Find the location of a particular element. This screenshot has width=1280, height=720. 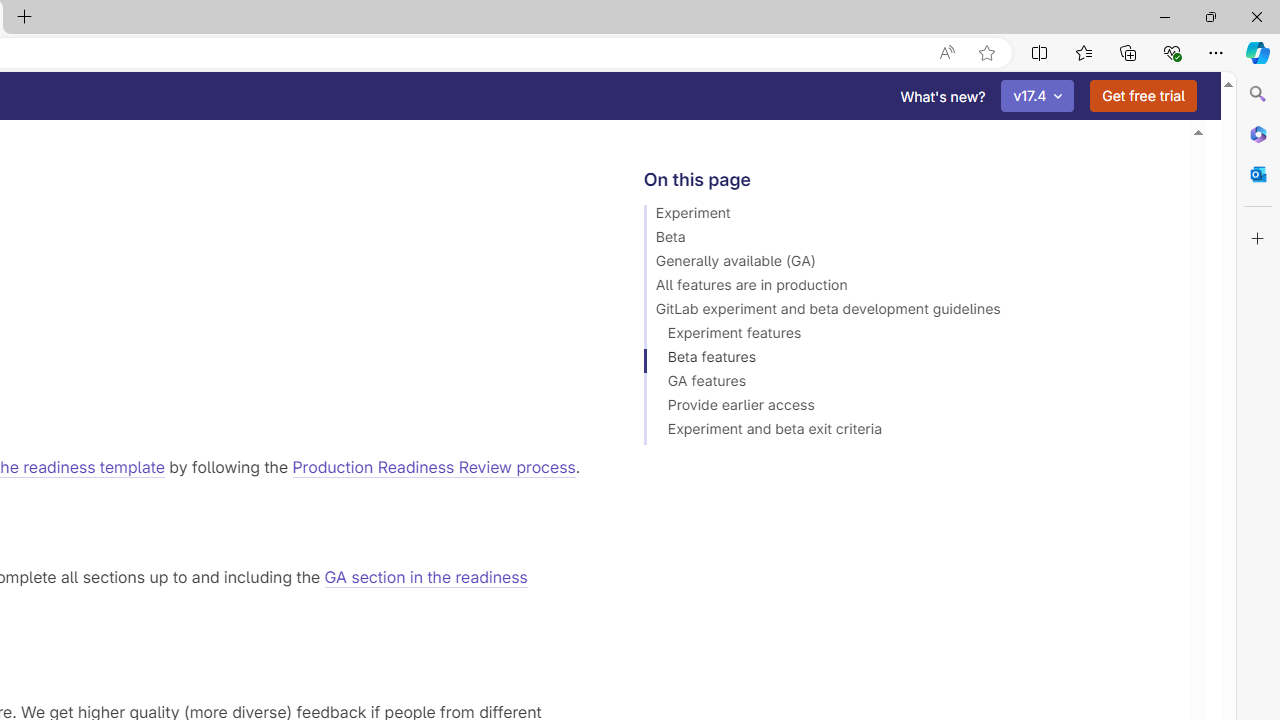

'Generally available (GA)' is located at coordinates (907, 263).